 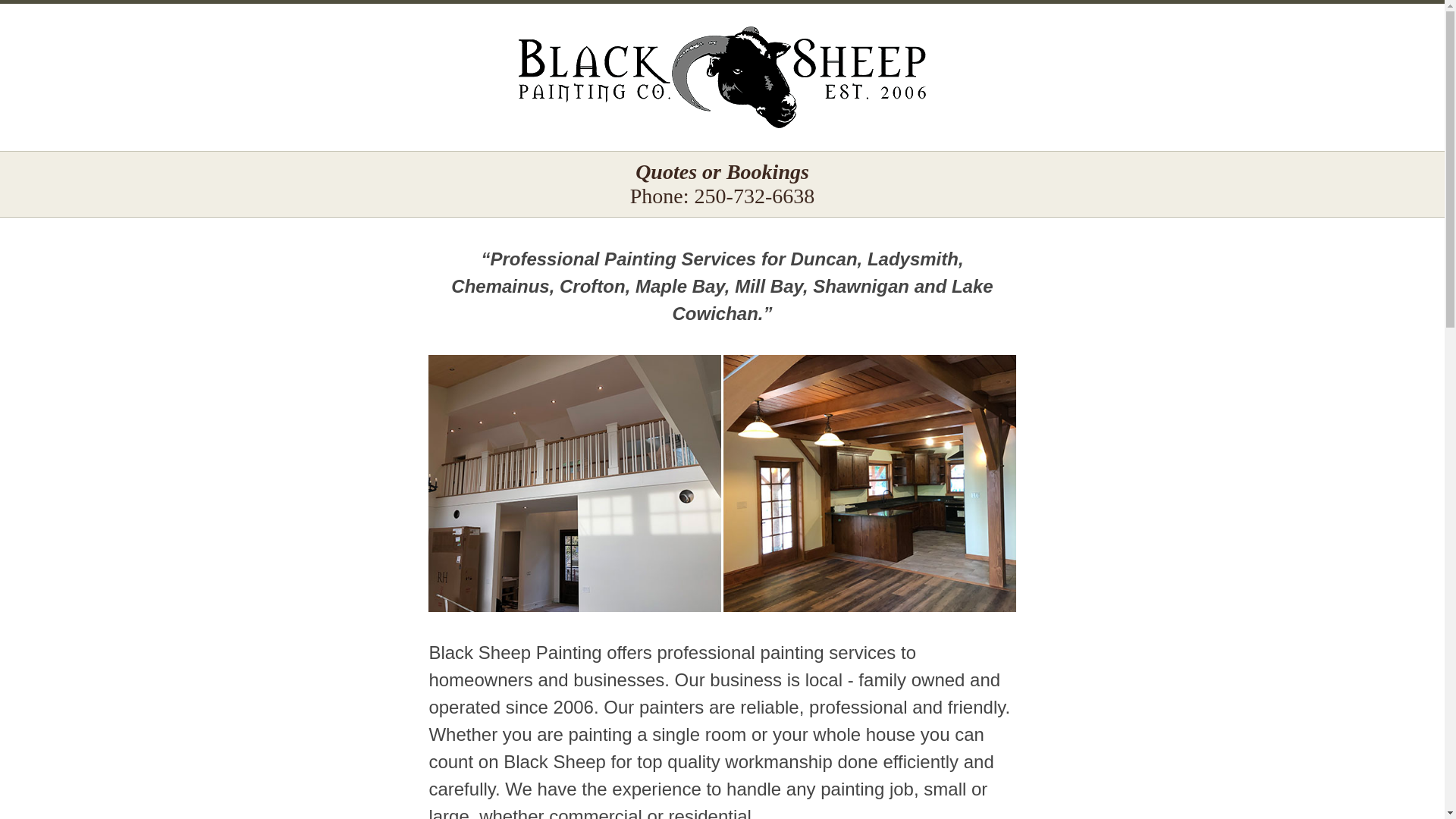 What do you see at coordinates (721, 77) in the screenshot?
I see `'Black Sheep Painting'` at bounding box center [721, 77].